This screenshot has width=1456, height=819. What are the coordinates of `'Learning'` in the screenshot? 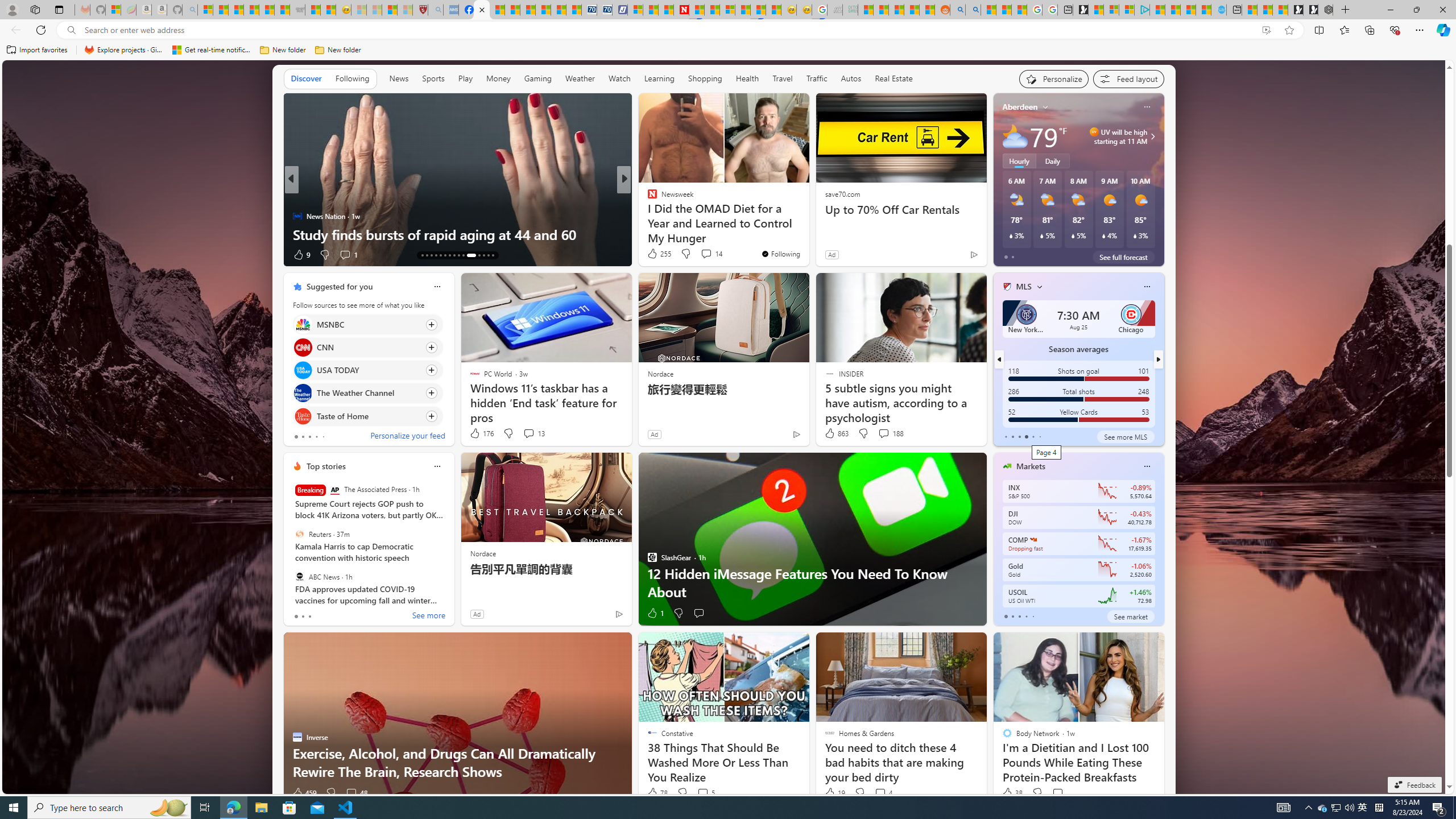 It's located at (659, 78).